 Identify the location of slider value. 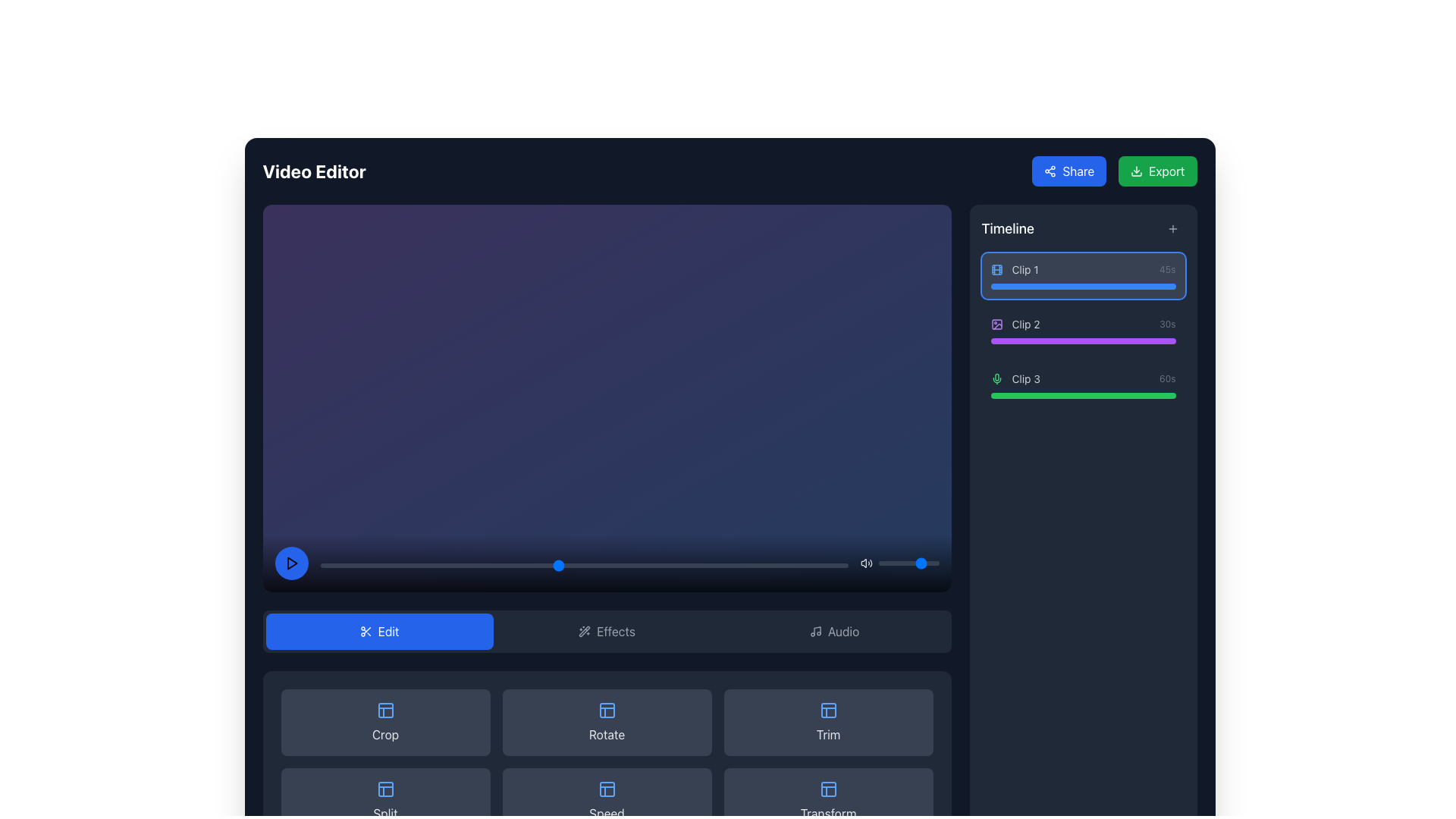
(325, 564).